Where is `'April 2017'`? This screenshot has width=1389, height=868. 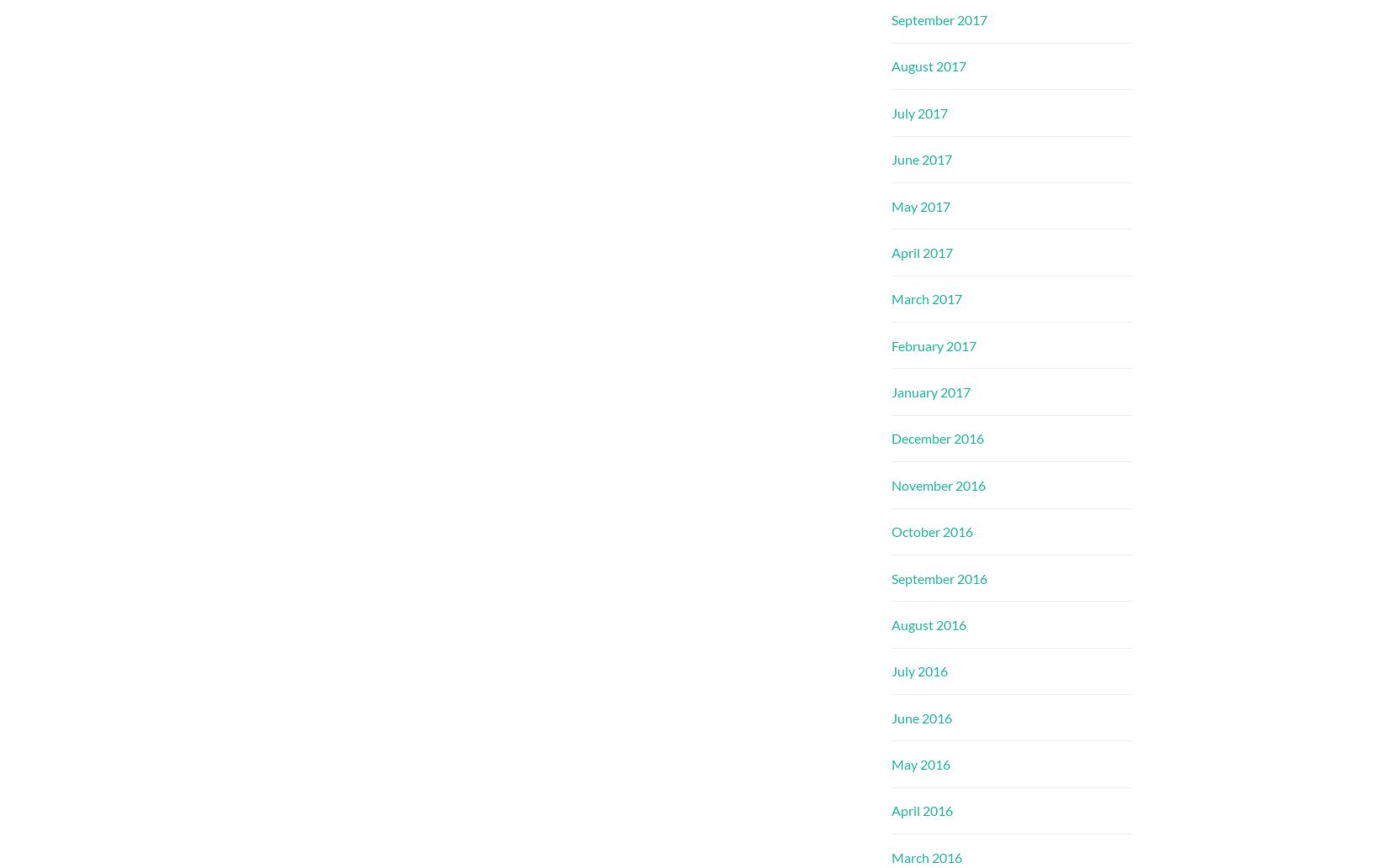
'April 2017' is located at coordinates (921, 250).